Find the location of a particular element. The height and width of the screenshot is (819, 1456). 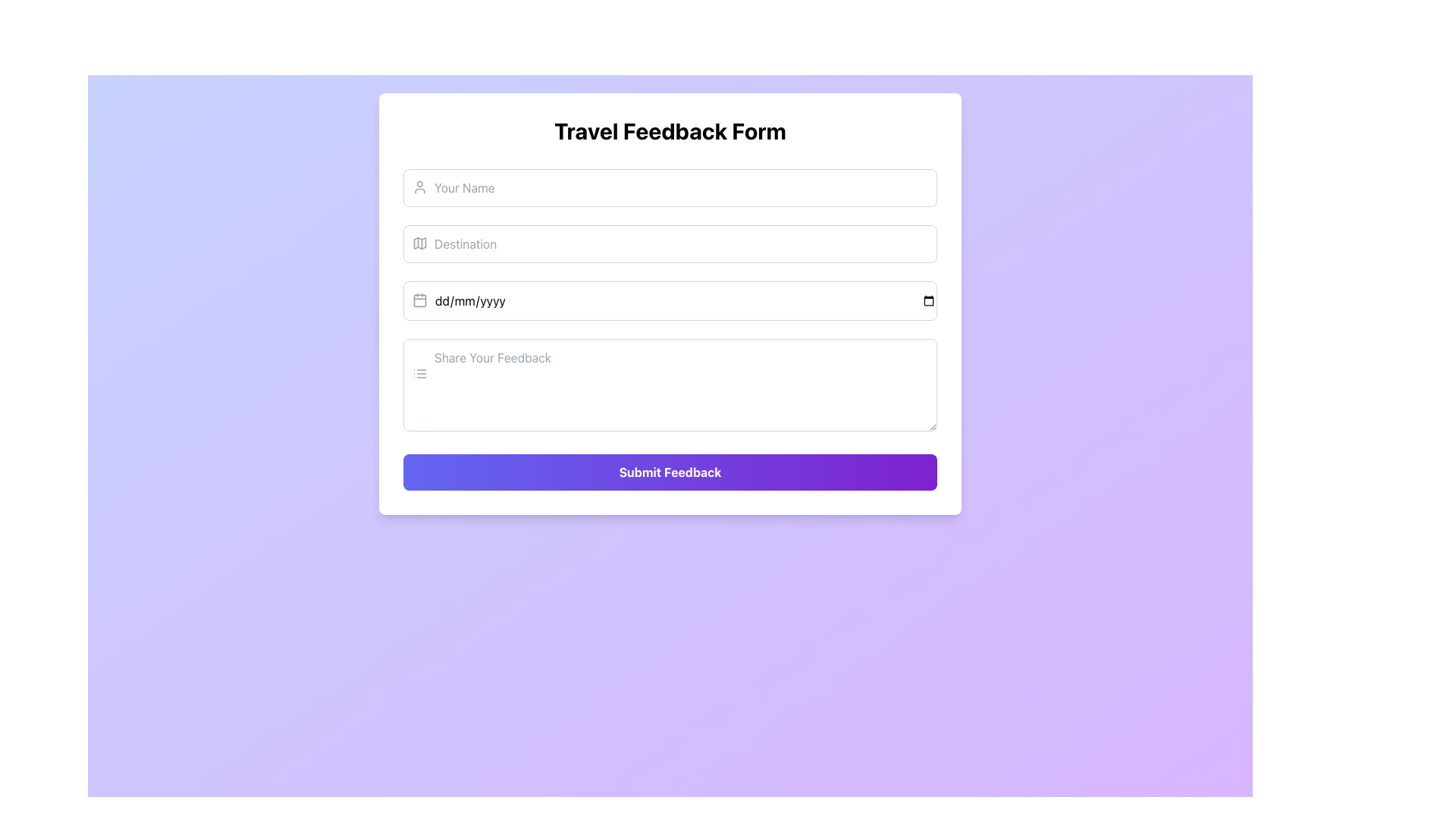

the submission button located at the bottom of the feedback form is located at coordinates (669, 472).